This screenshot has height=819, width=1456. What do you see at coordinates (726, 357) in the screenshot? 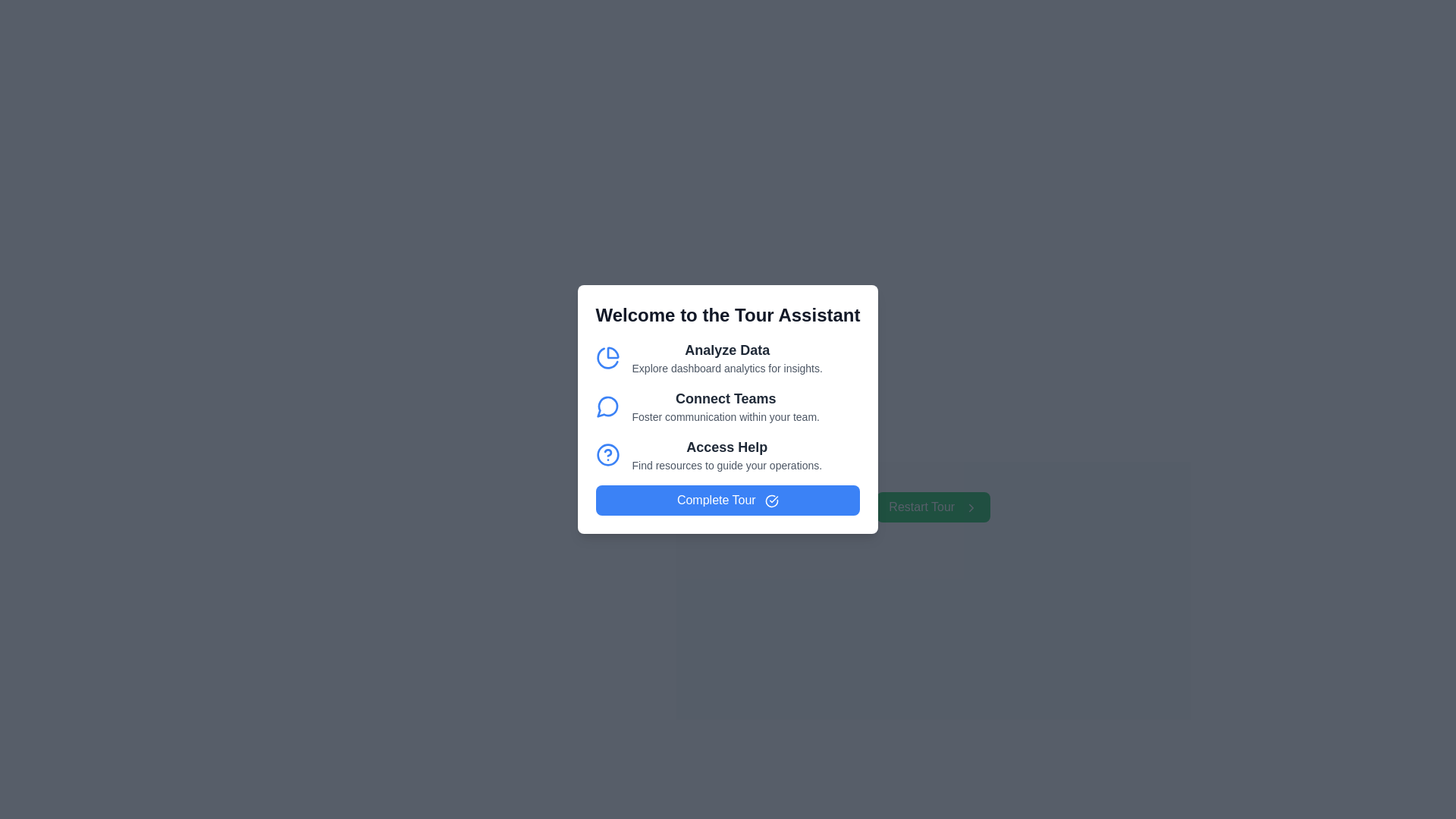
I see `text of the 'Analyze Data' heading and its description in the pop-up modal, which provides insights on dashboard analytics` at bounding box center [726, 357].